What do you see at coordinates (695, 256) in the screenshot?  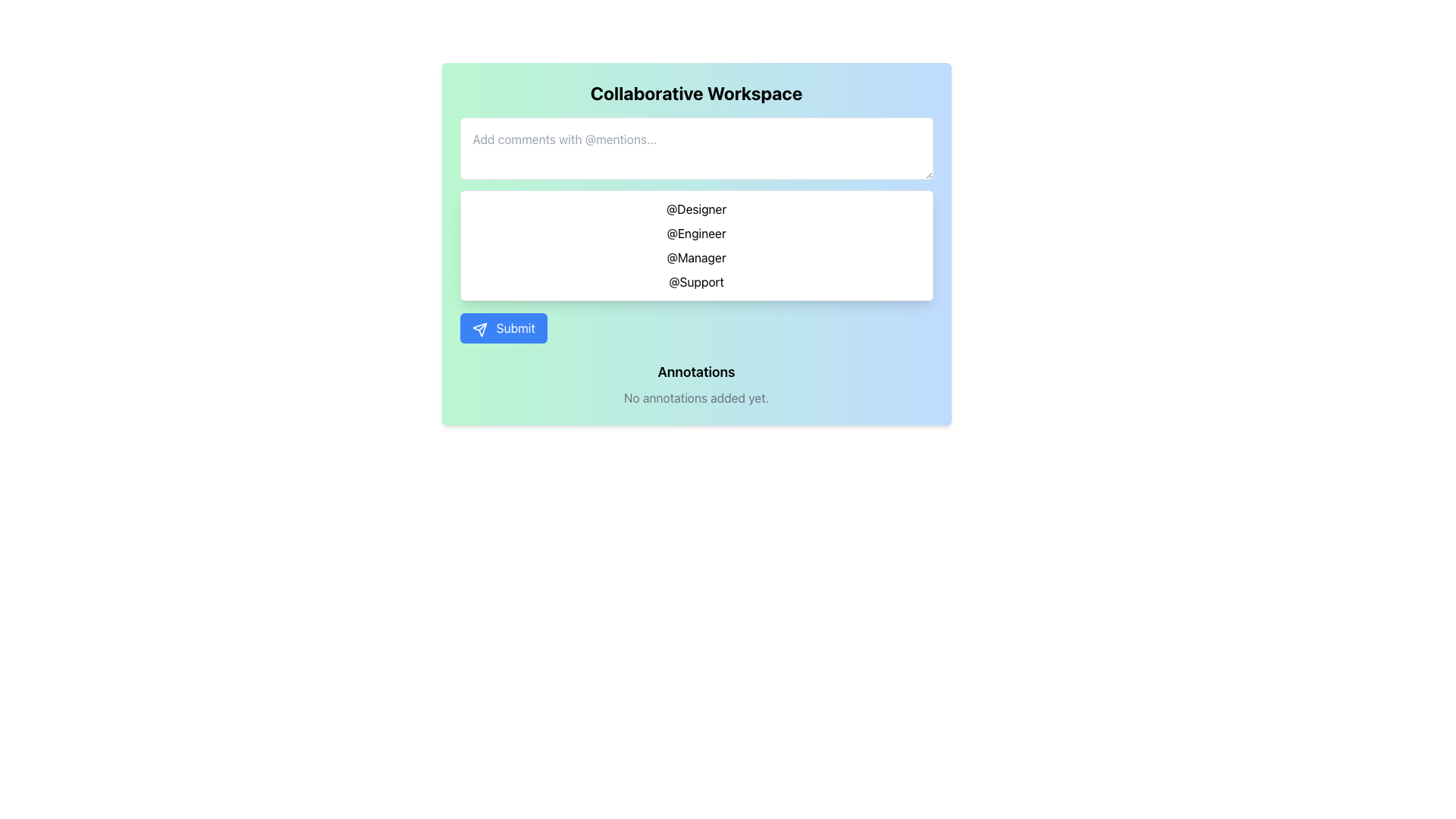 I see `the '@Manager' list item` at bounding box center [695, 256].